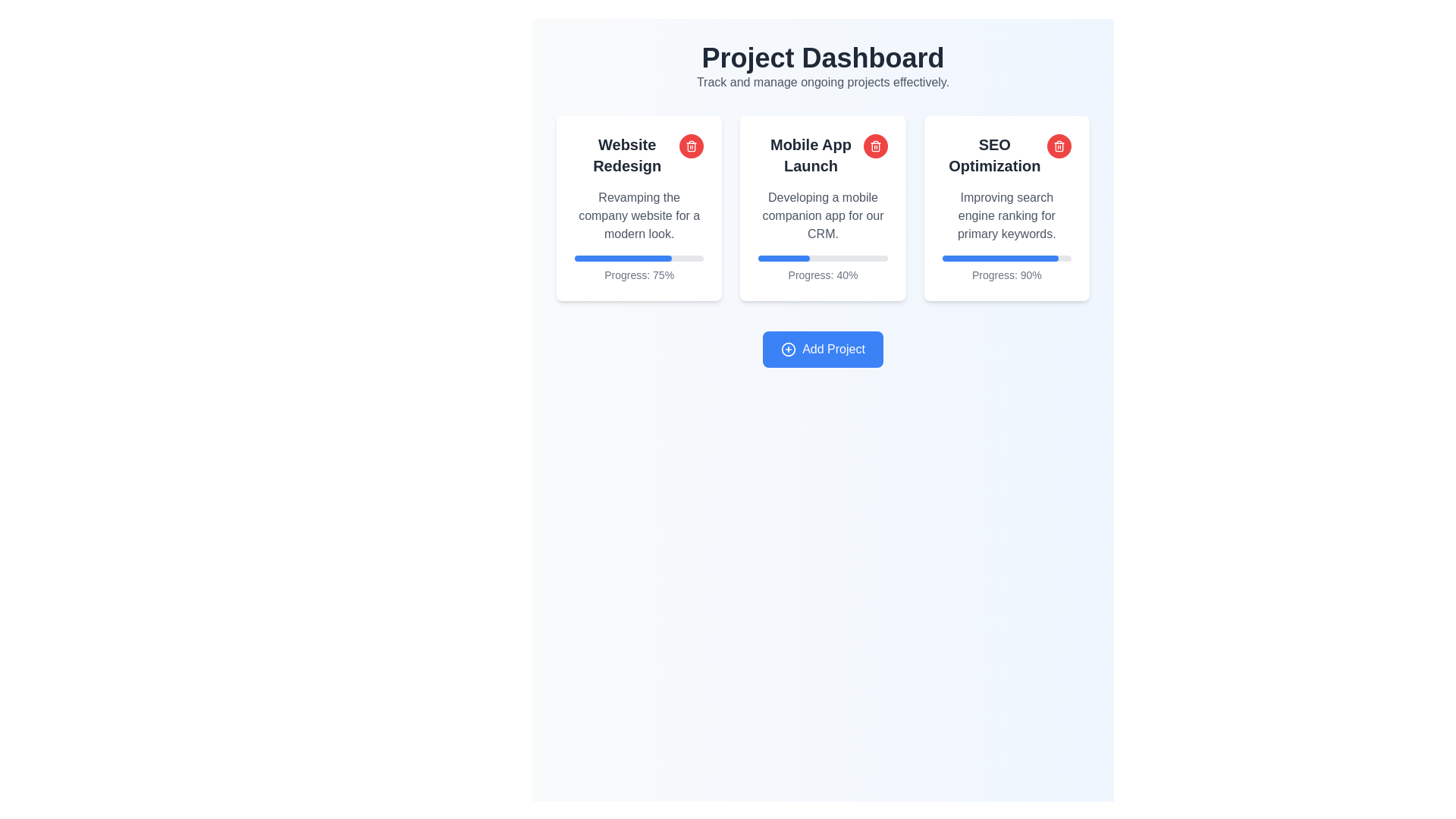 The image size is (1456, 819). I want to click on the 'Project Dashboard' text block, which features a bold title and a description, located at the top of the interface above the project cards, so click(822, 66).